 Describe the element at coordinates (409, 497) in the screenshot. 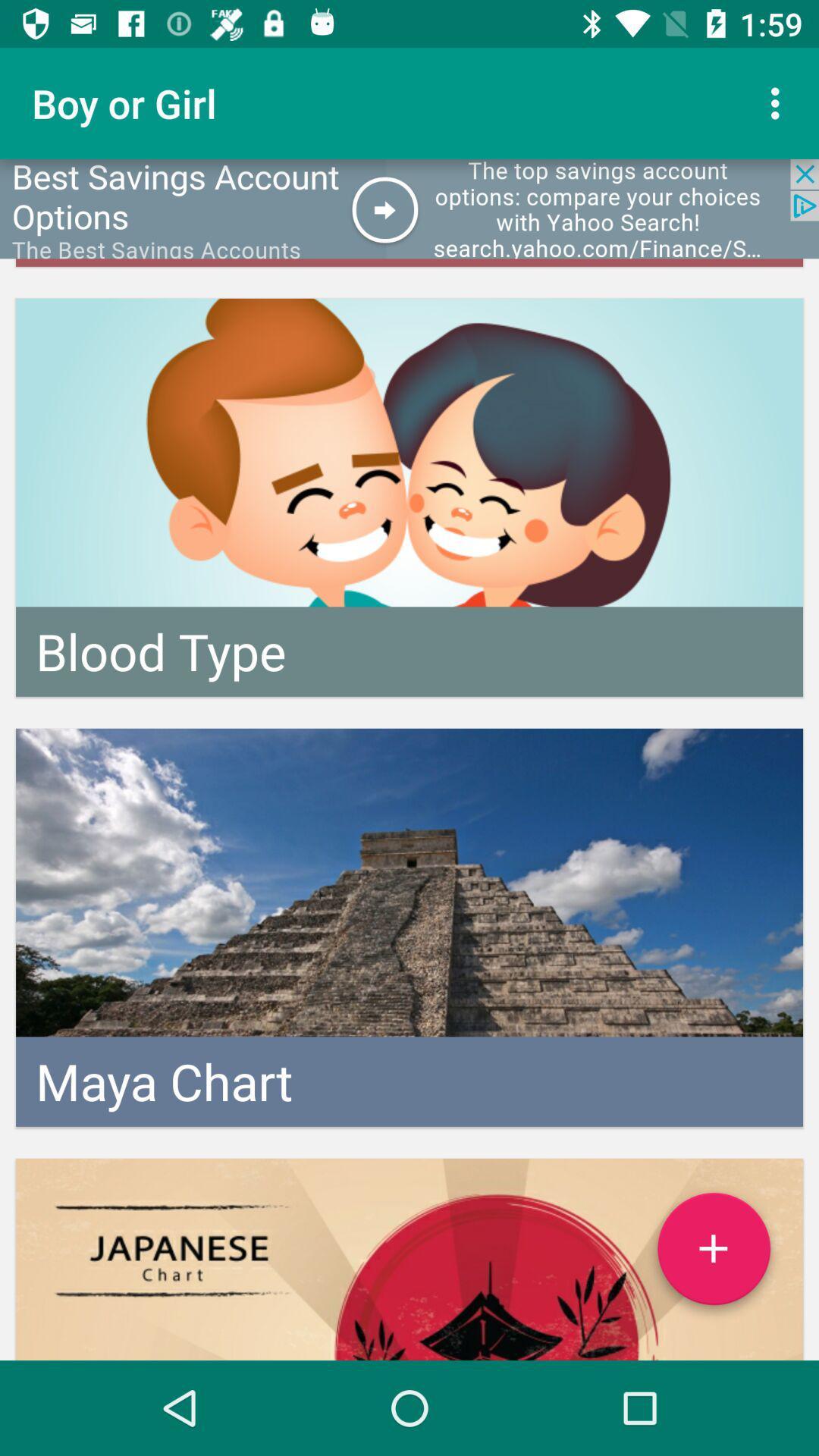

I see `the first image` at that location.